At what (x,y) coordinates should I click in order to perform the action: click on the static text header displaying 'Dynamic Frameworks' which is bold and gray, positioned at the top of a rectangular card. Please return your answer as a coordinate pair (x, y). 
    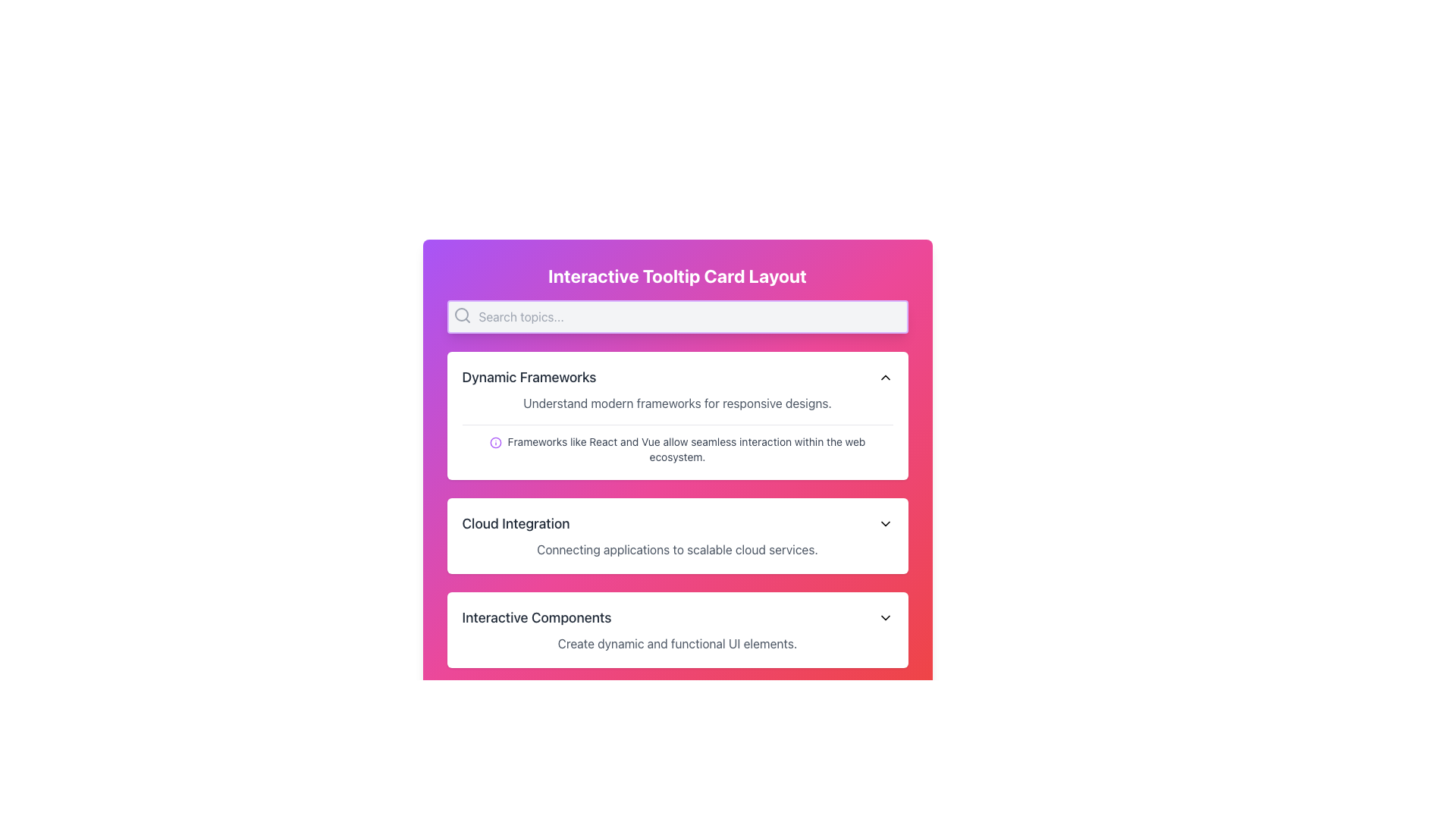
    Looking at the image, I should click on (529, 376).